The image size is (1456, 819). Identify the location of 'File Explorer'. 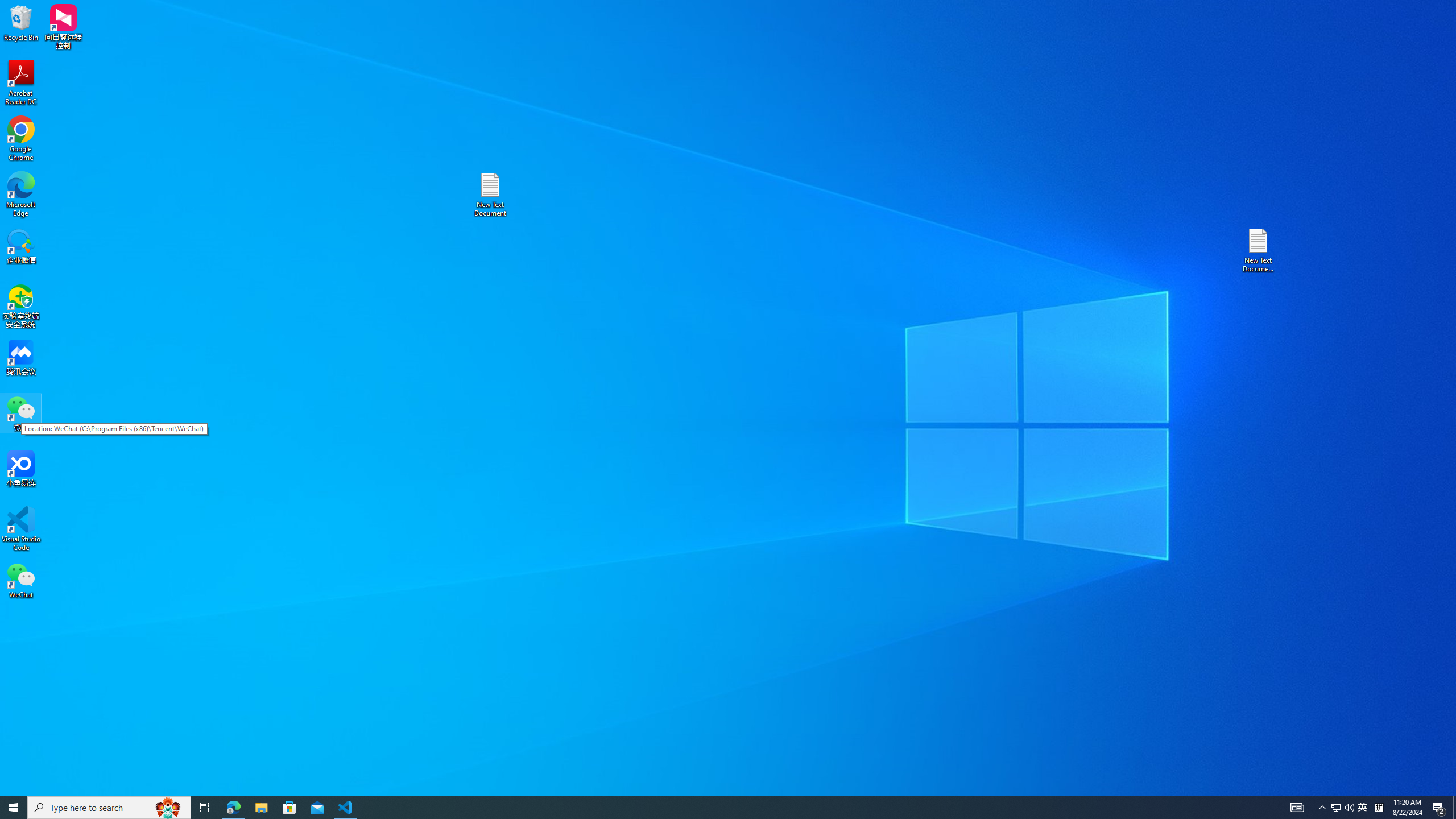
(260, 806).